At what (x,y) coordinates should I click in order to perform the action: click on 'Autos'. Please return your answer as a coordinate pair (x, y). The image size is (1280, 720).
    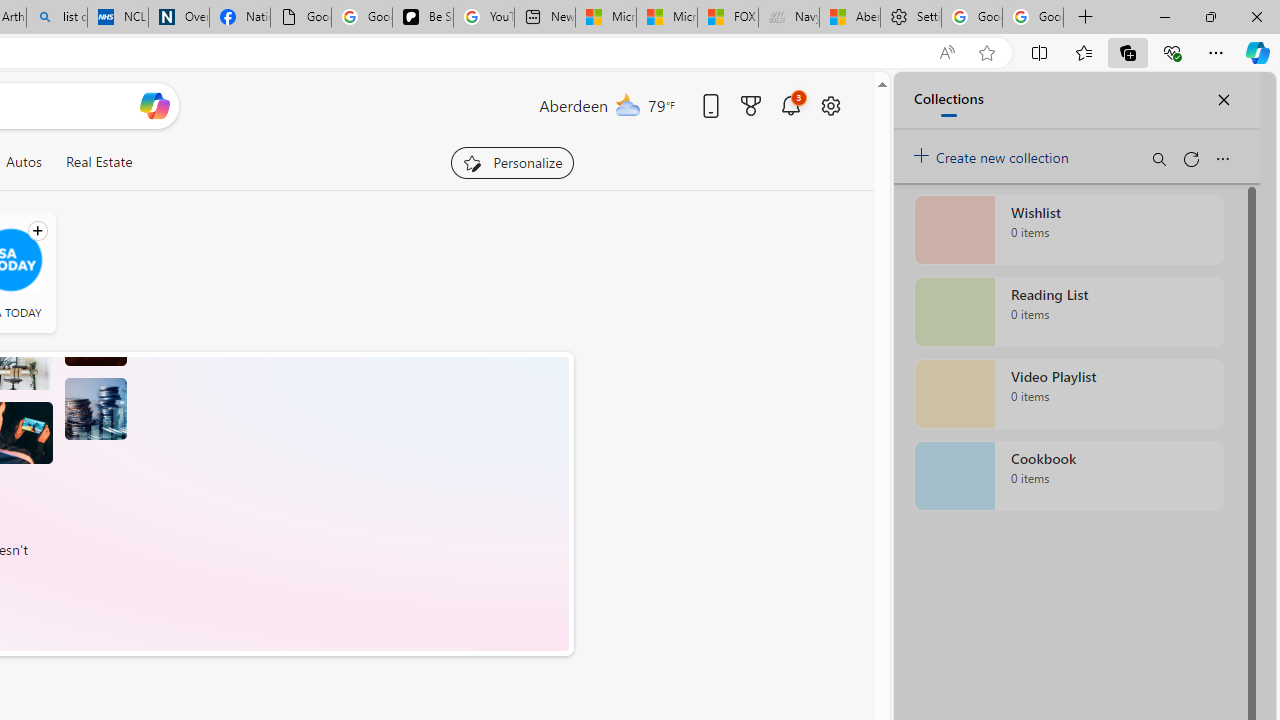
    Looking at the image, I should click on (23, 161).